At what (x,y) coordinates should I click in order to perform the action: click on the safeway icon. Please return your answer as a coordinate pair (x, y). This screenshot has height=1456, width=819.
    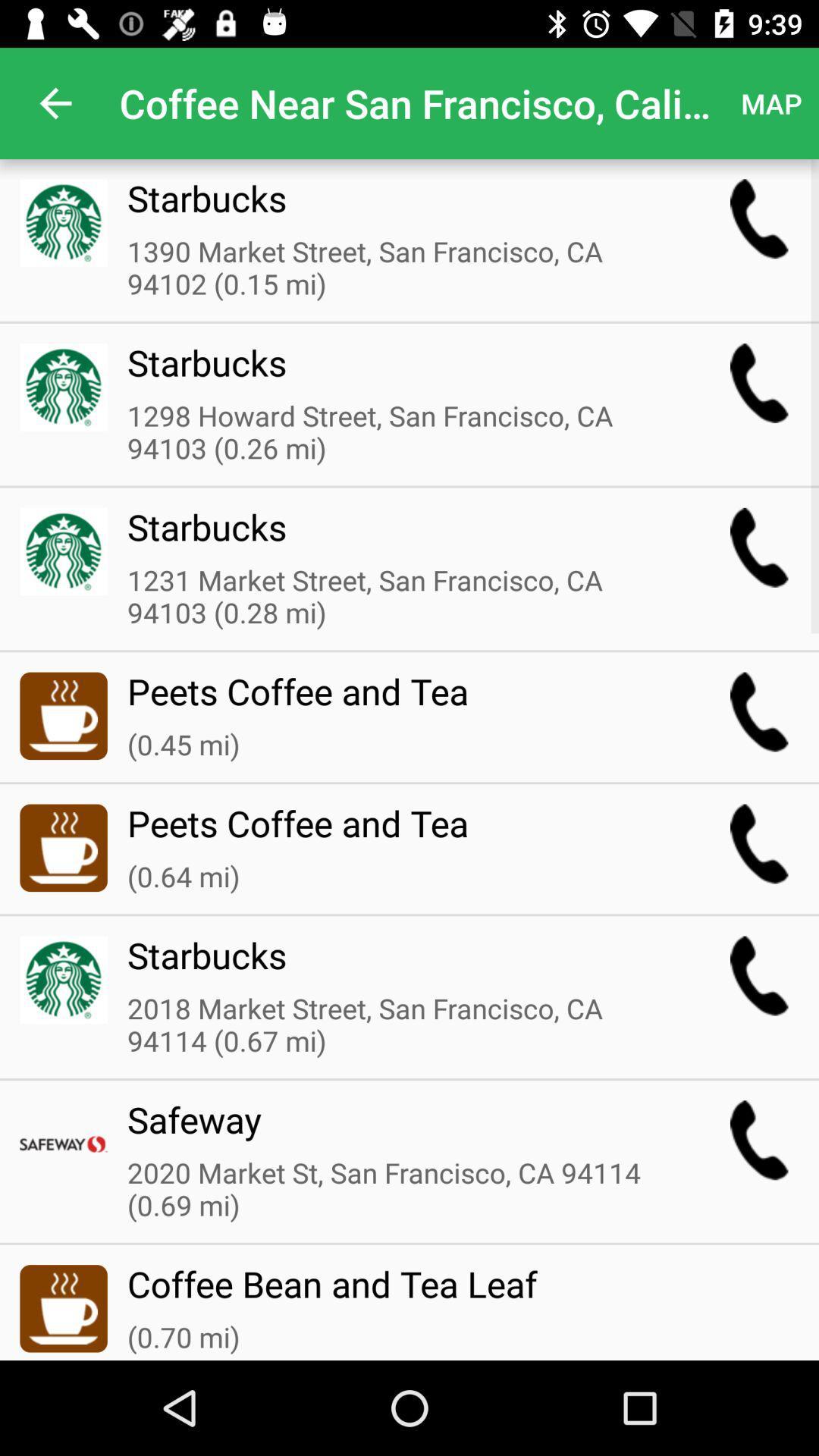
    Looking at the image, I should click on (397, 1129).